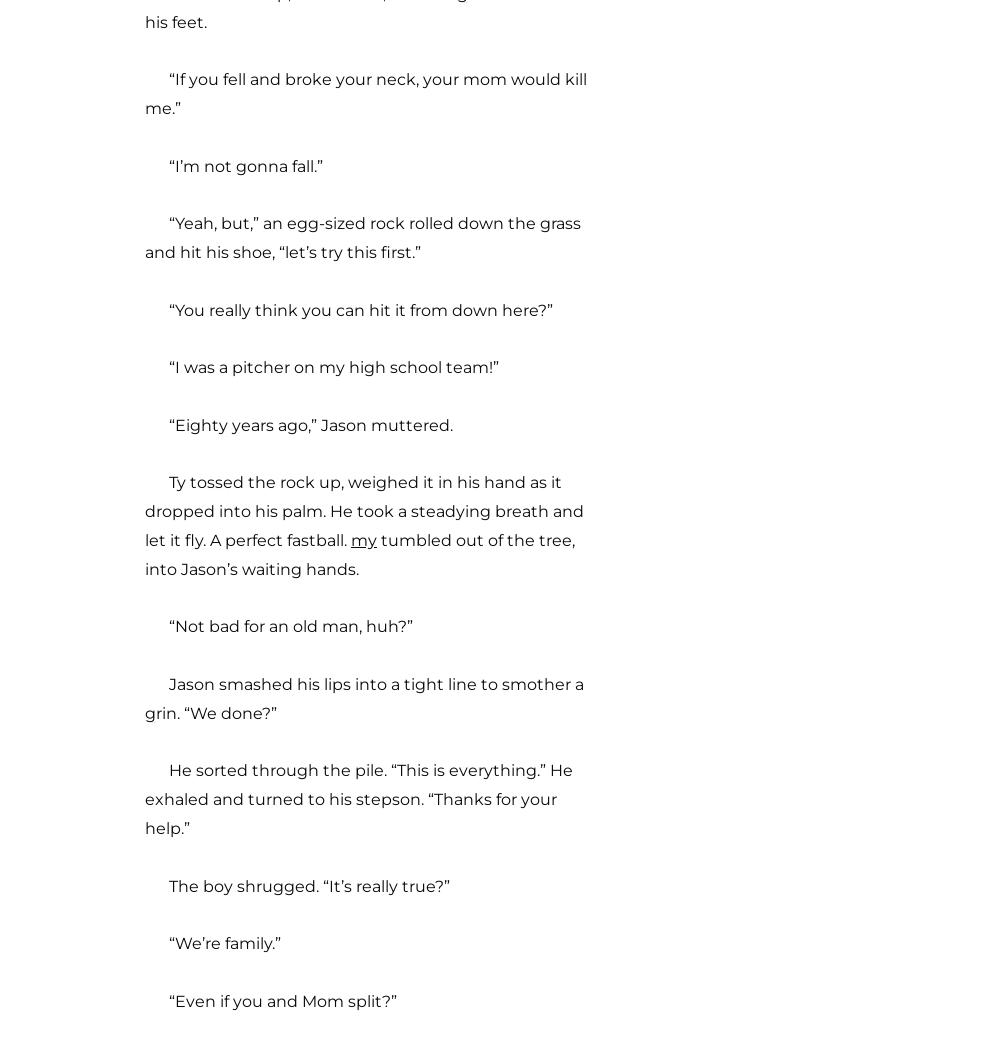 This screenshot has width=1000, height=1041. I want to click on 'Ty tossed the rock up, weighed it in his hand as it dropped into his palm. He took a steadying breath and let it fly. A perfect fastball.', so click(363, 510).